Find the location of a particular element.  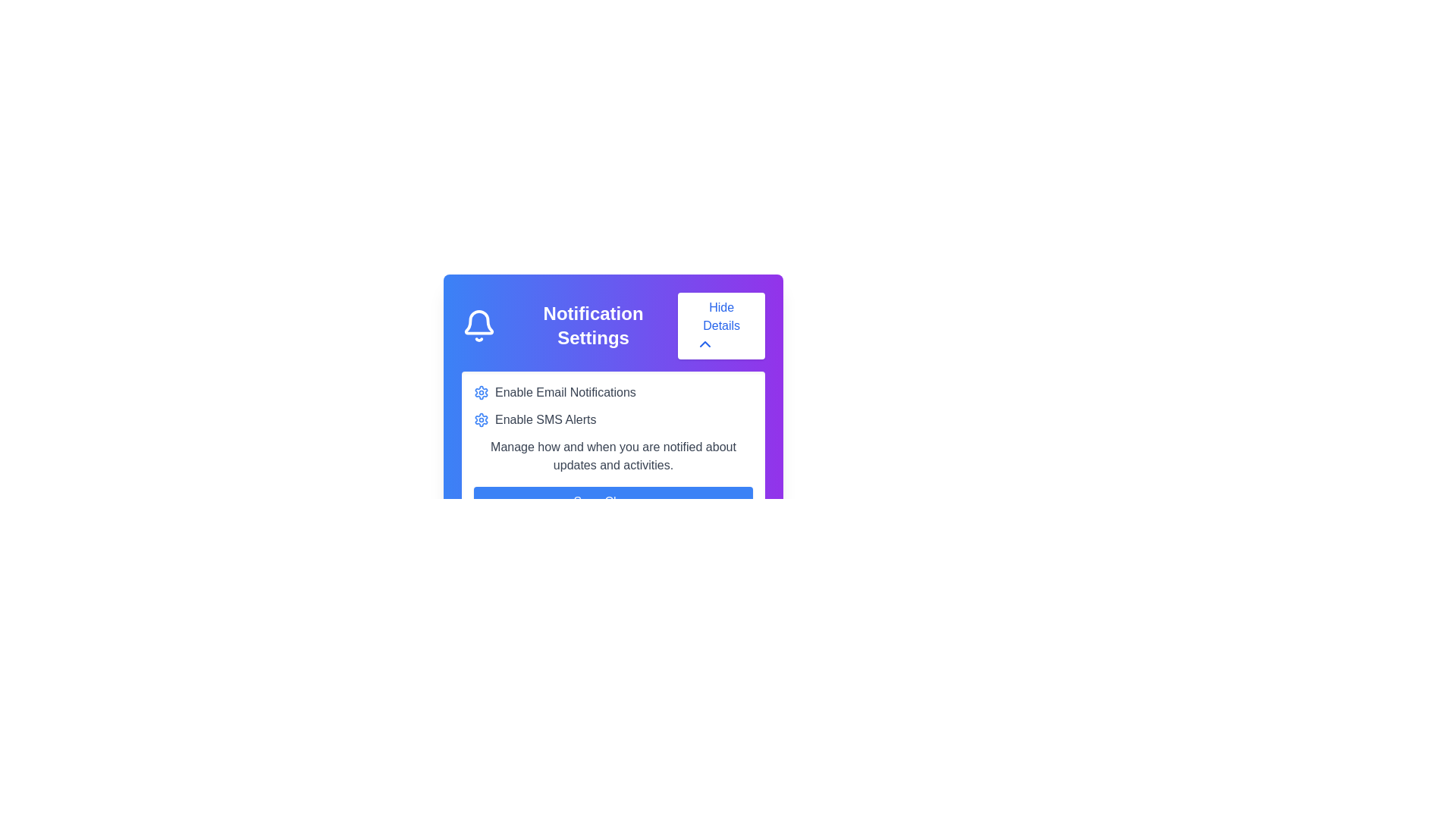

the notification icon located at the top-left of the notification settings interface is located at coordinates (479, 325).